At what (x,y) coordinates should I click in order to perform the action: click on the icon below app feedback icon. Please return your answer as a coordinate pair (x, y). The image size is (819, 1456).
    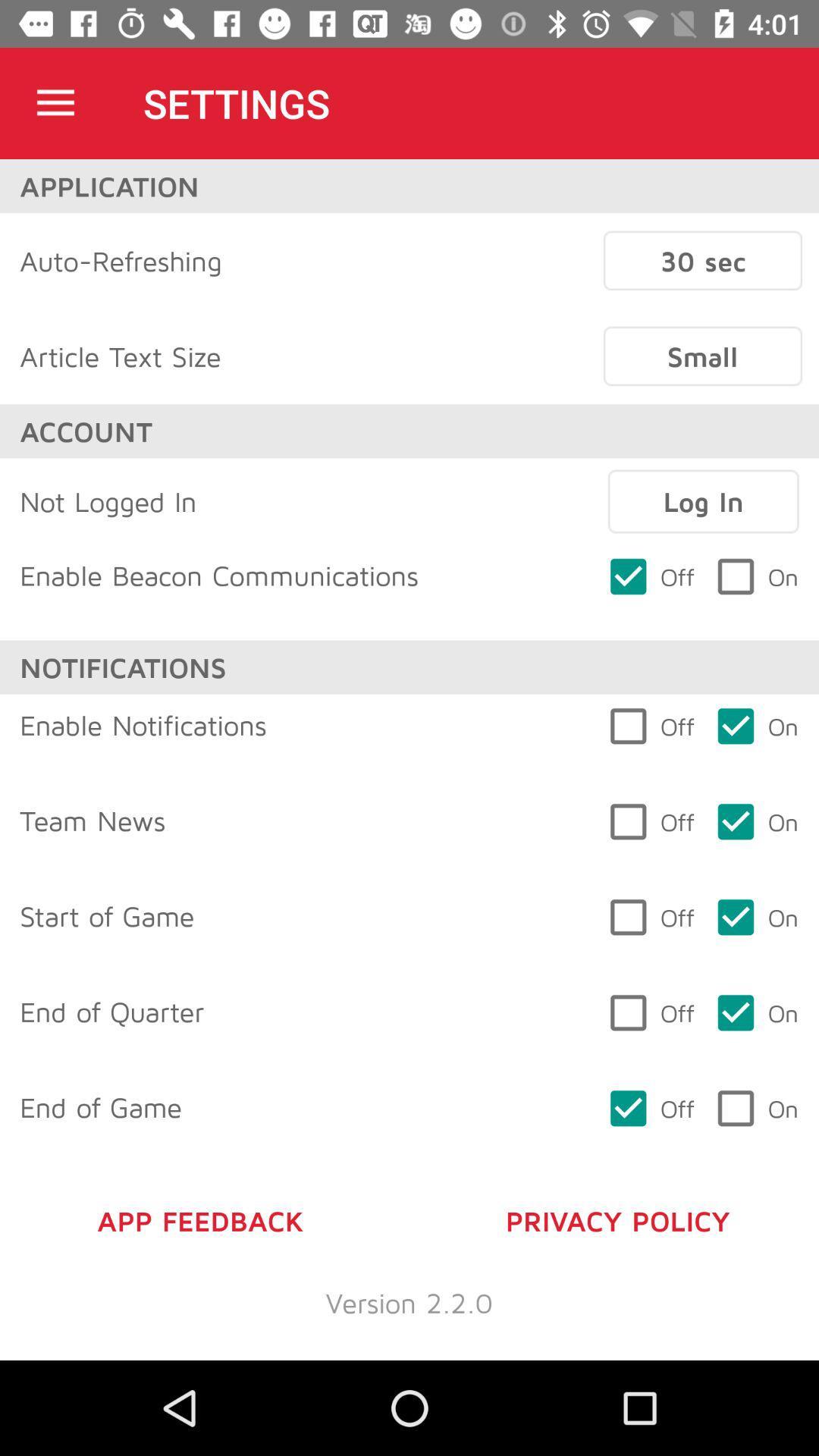
    Looking at the image, I should click on (409, 1301).